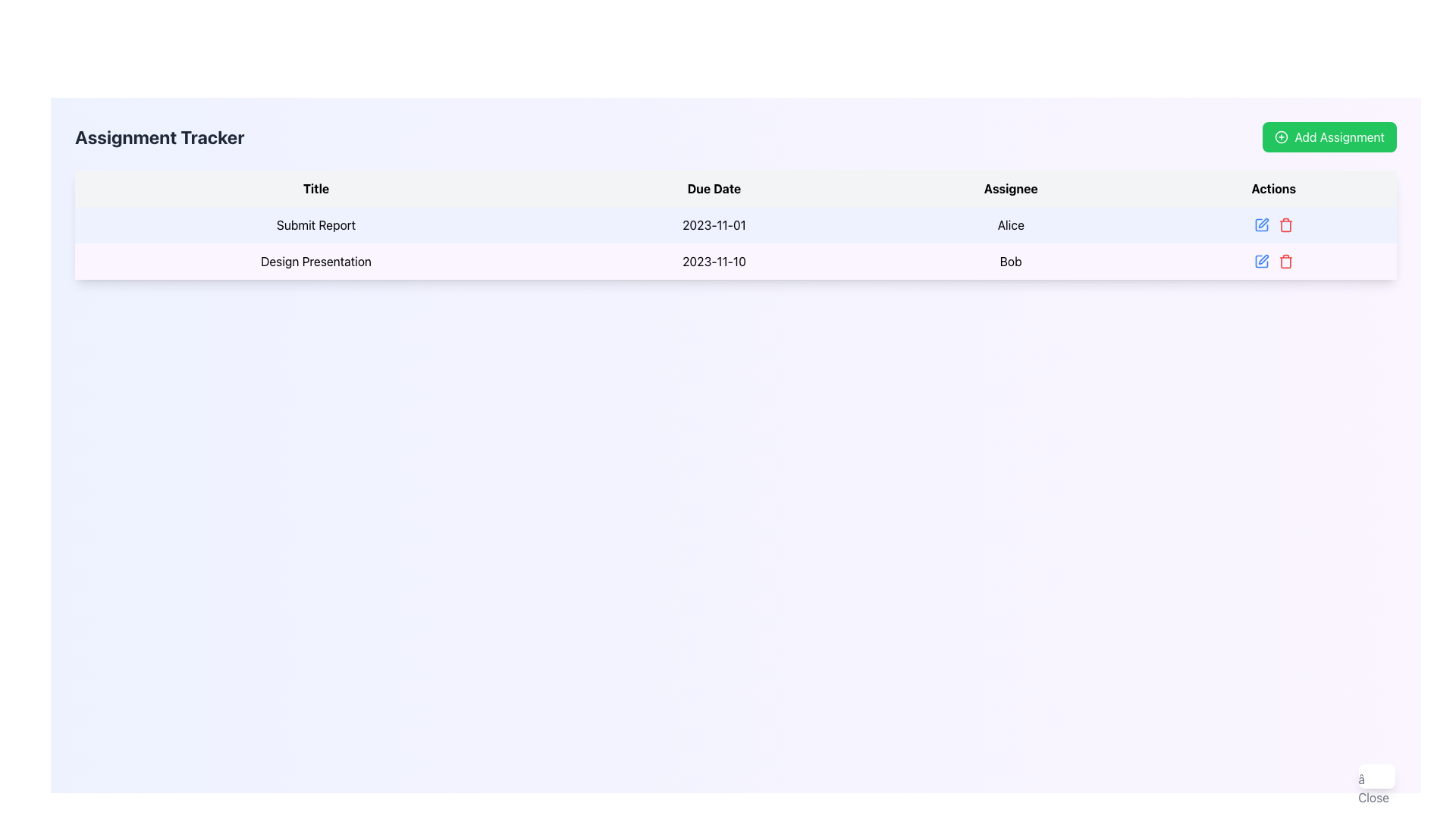 This screenshot has height=819, width=1456. Describe the element at coordinates (1329, 137) in the screenshot. I see `the button located at the top-right corner of the 'Assignment Tracker' header` at that location.